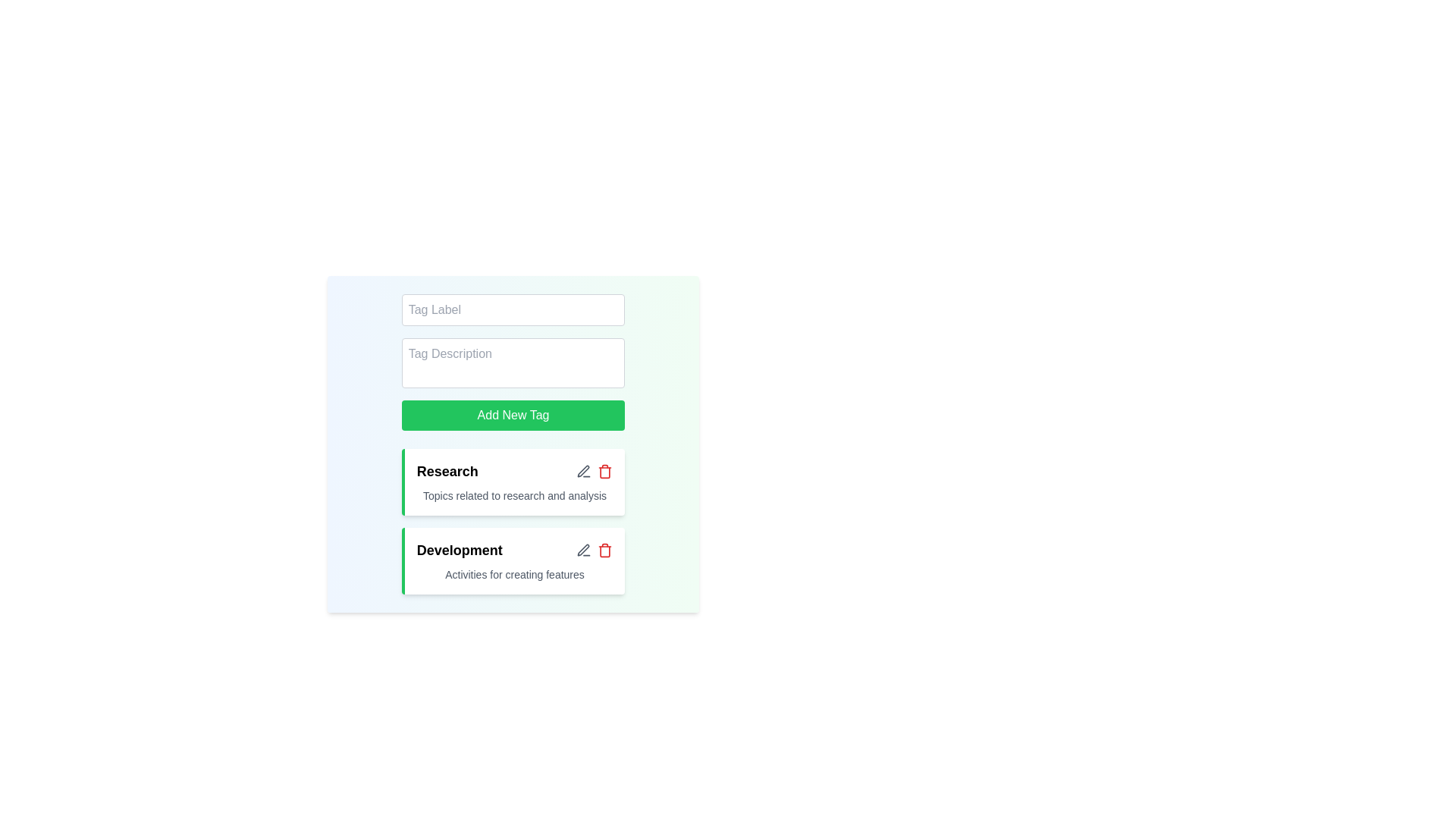 The image size is (1456, 819). What do you see at coordinates (604, 551) in the screenshot?
I see `the trash icon located to the right of the 'Development' tag's title and below the 'Research' tag, which serves as a button for deleting or removing the related tag entry` at bounding box center [604, 551].